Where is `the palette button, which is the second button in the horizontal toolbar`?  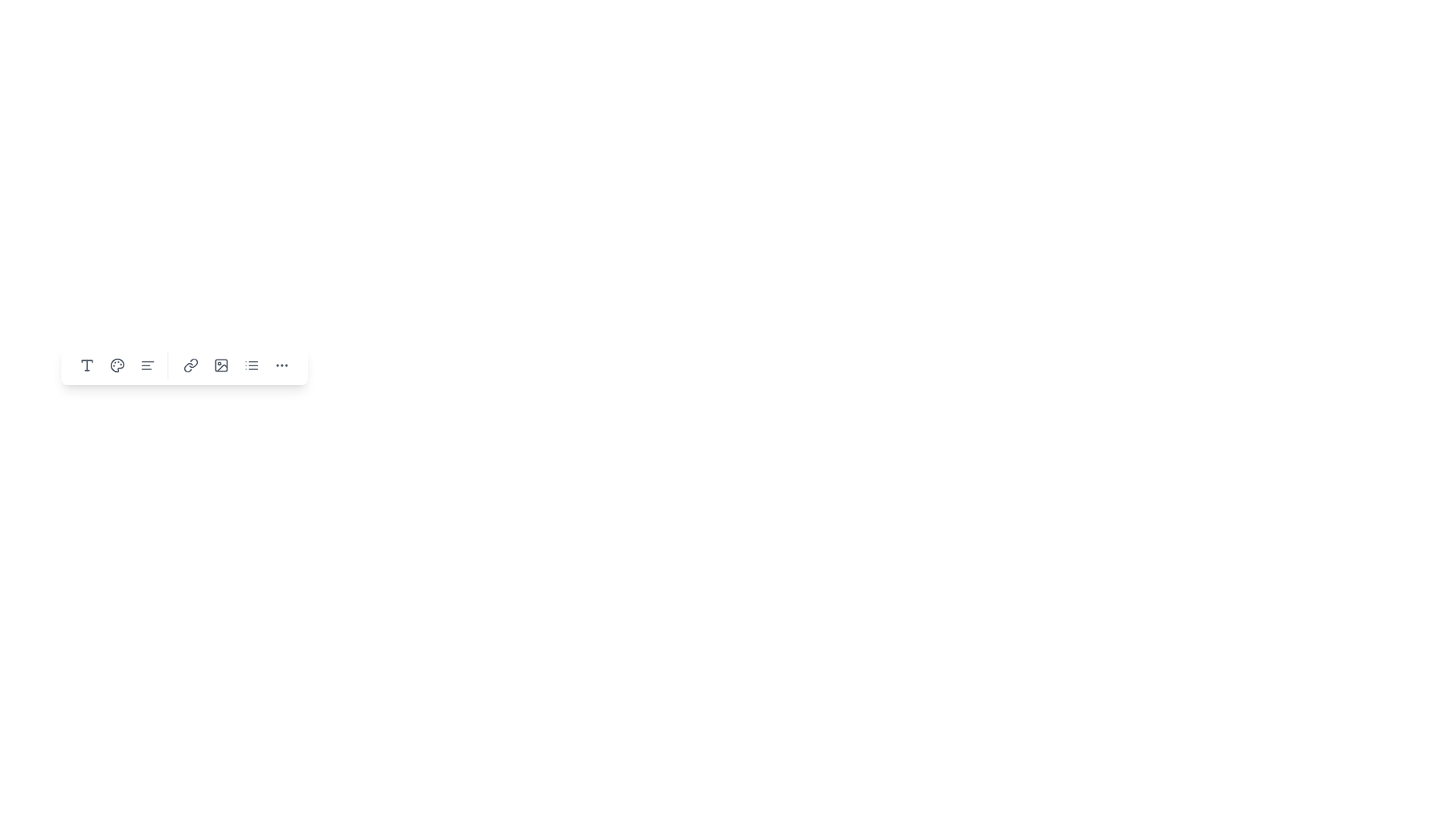
the palette button, which is the second button in the horizontal toolbar is located at coordinates (116, 366).